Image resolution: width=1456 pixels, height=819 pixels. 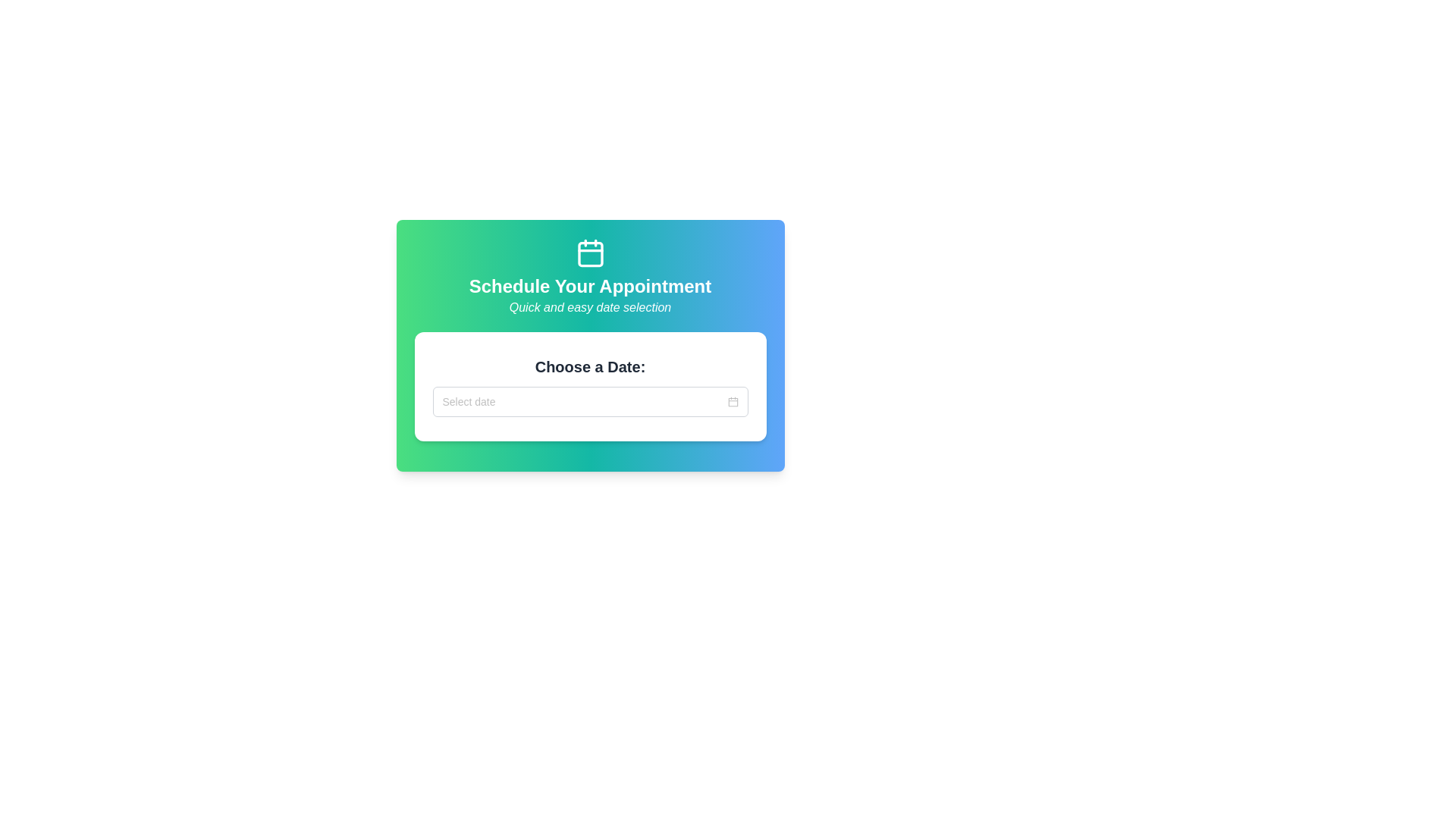 I want to click on the date picker icon located at the right extremity of the 'Select date' input field, so click(x=733, y=400).